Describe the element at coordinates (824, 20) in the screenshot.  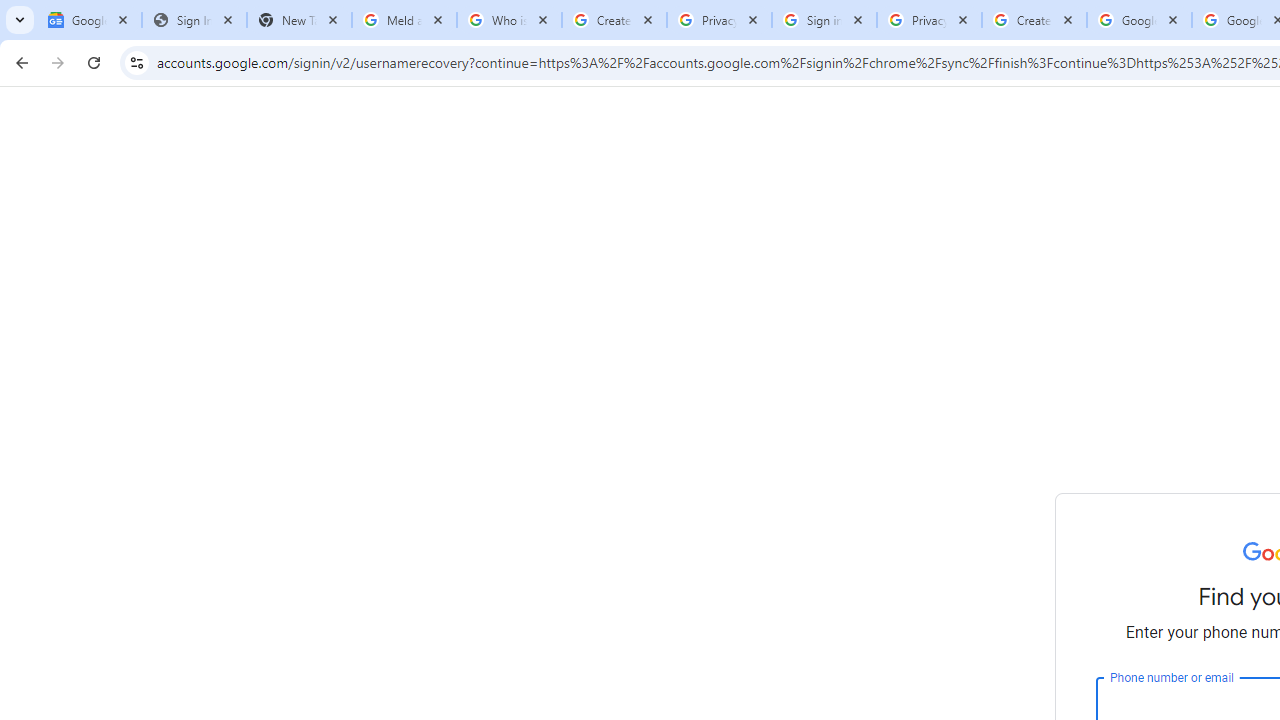
I see `'Sign in - Google Accounts'` at that location.